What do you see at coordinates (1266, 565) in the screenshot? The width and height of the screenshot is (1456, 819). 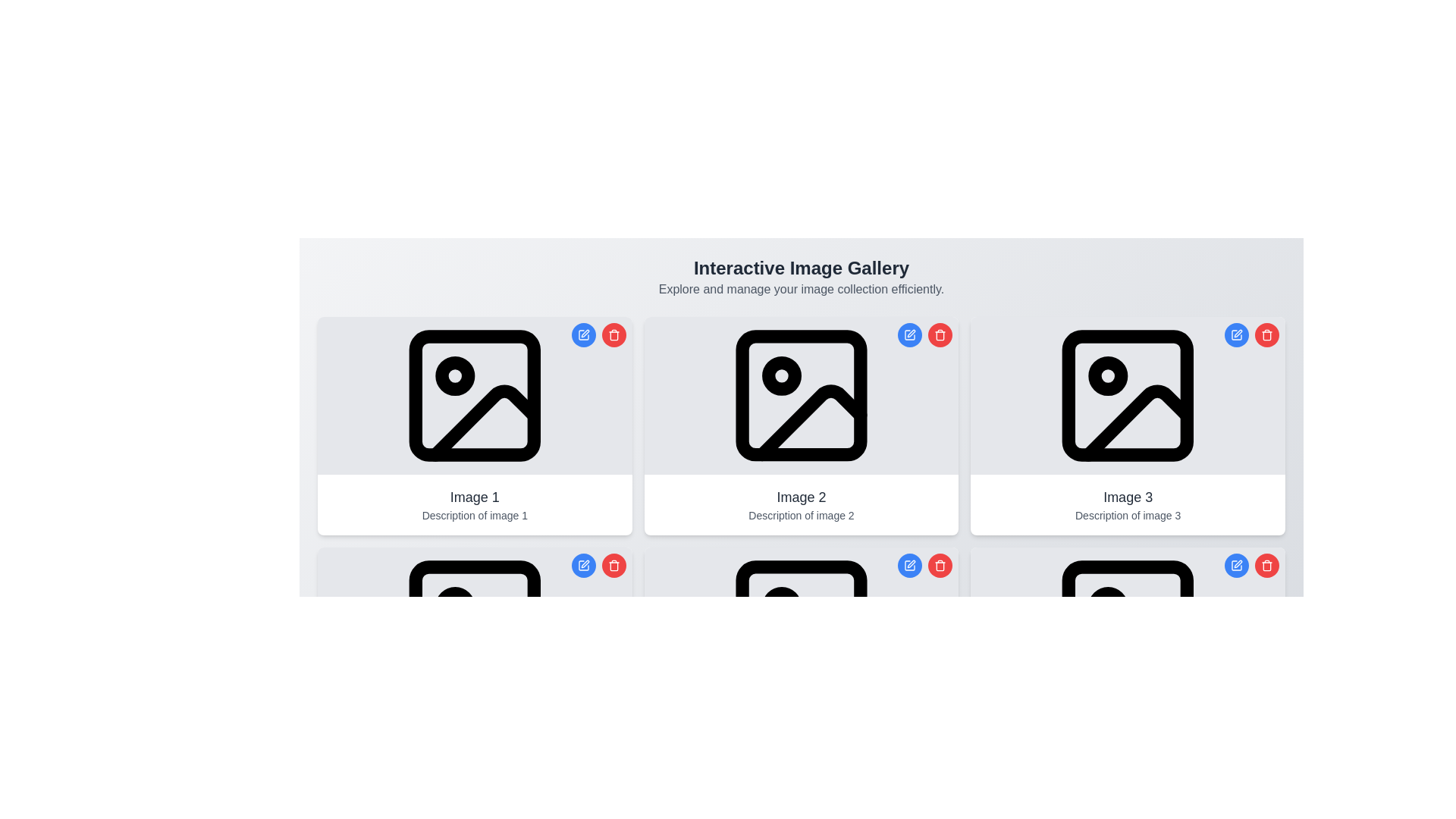 I see `the delete button located in the top-right corner of the 'Image 3' card, which is next to an edit button with a blue background` at bounding box center [1266, 565].